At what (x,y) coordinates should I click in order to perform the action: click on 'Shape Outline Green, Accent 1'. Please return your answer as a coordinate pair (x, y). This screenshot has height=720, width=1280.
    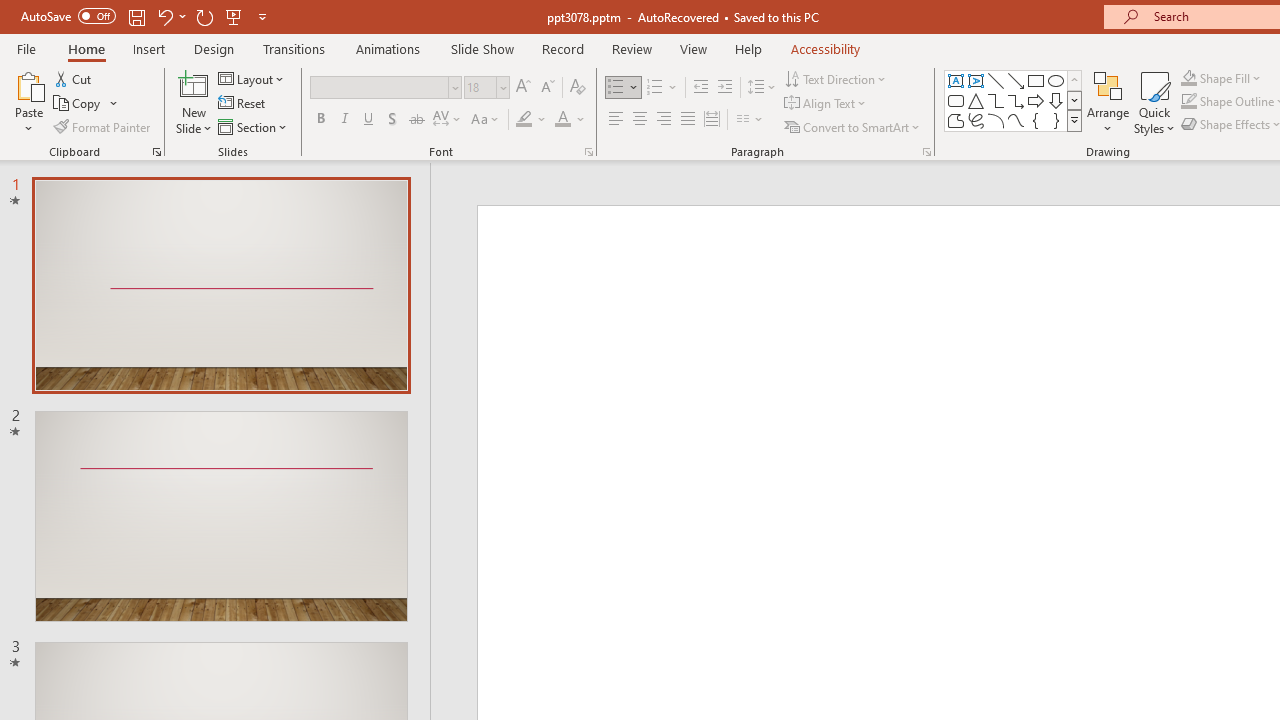
    Looking at the image, I should click on (1189, 101).